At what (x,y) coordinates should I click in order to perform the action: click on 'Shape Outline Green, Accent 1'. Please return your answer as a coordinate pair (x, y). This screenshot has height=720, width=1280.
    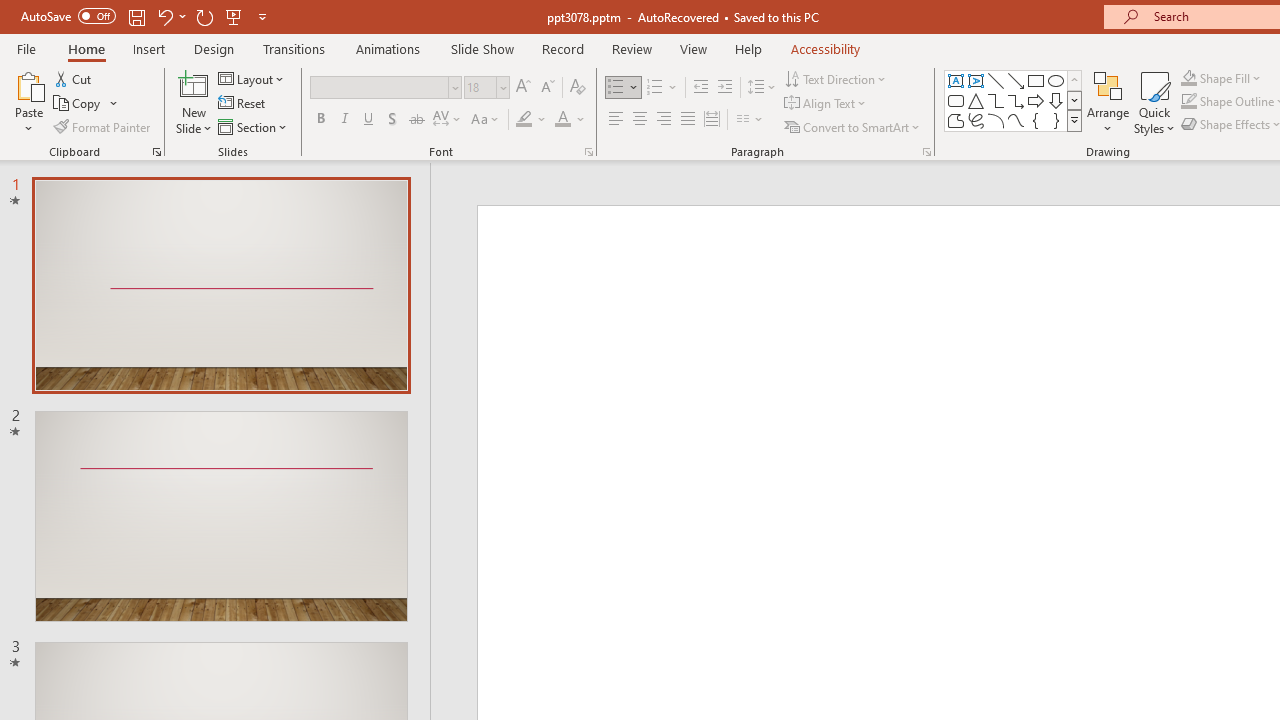
    Looking at the image, I should click on (1189, 101).